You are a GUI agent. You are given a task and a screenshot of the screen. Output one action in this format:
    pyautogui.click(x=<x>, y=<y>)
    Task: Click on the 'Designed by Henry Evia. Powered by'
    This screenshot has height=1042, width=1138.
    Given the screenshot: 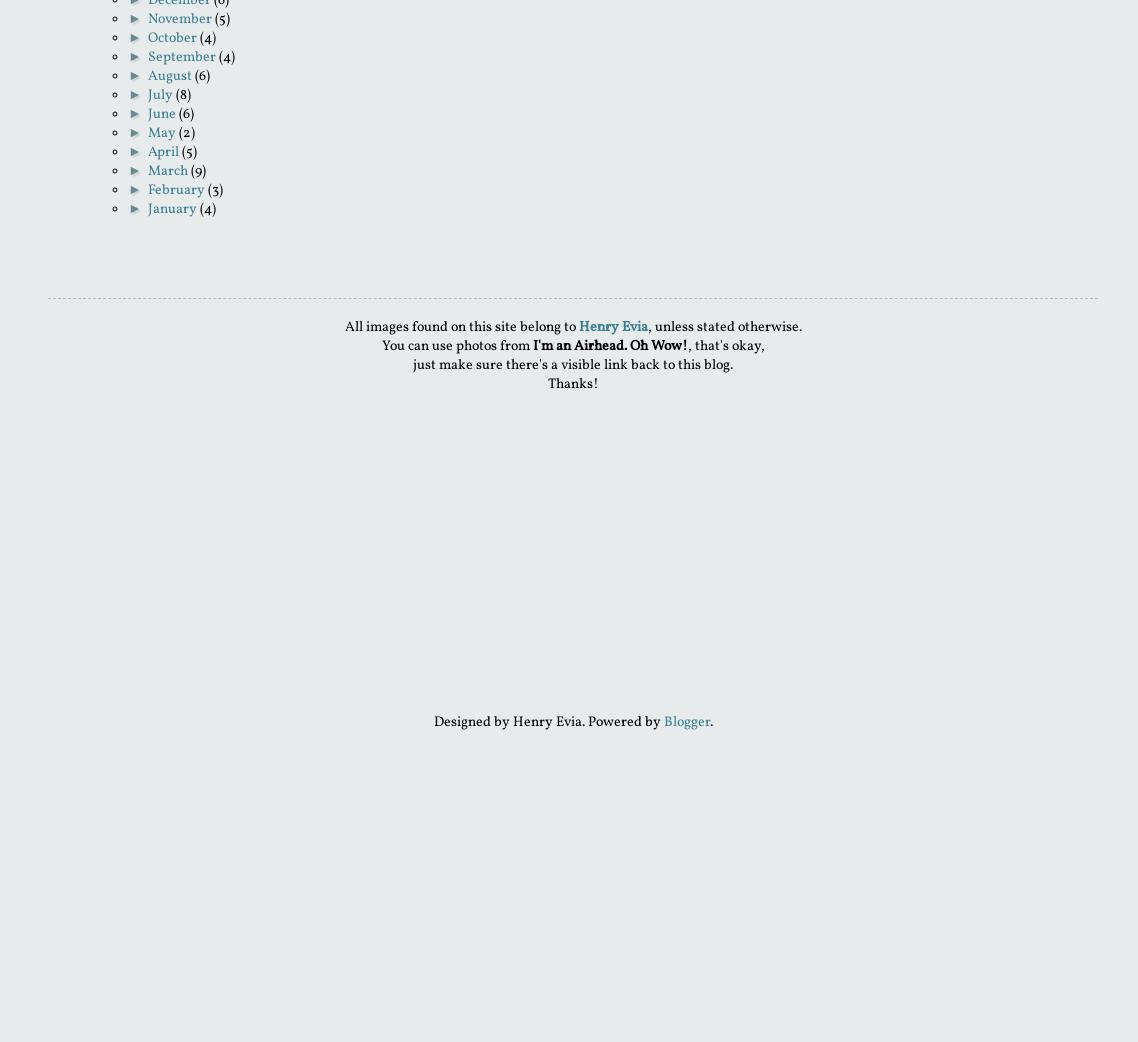 What is the action you would take?
    pyautogui.click(x=432, y=721)
    